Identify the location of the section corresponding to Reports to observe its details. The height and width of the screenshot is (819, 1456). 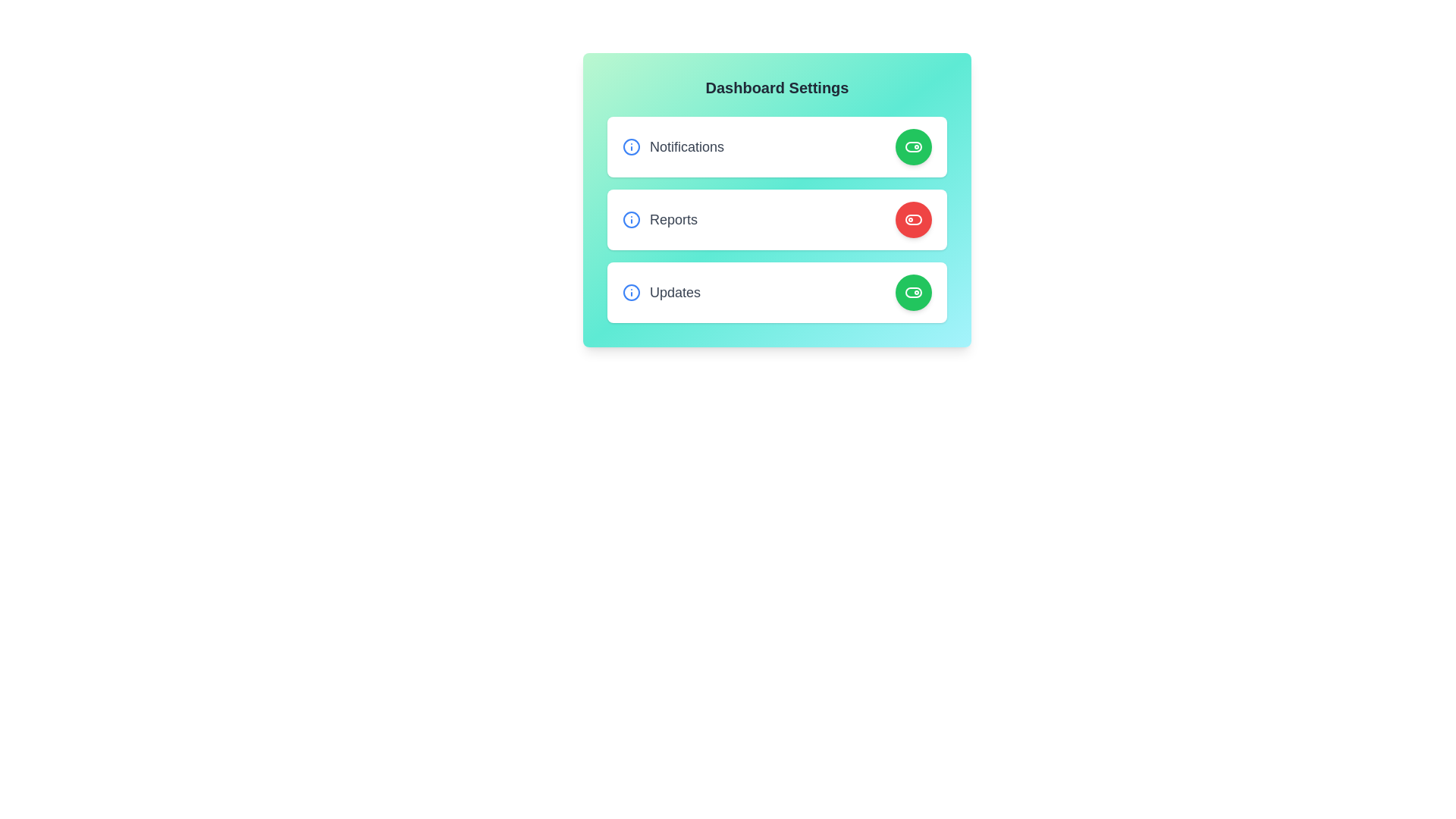
(777, 219).